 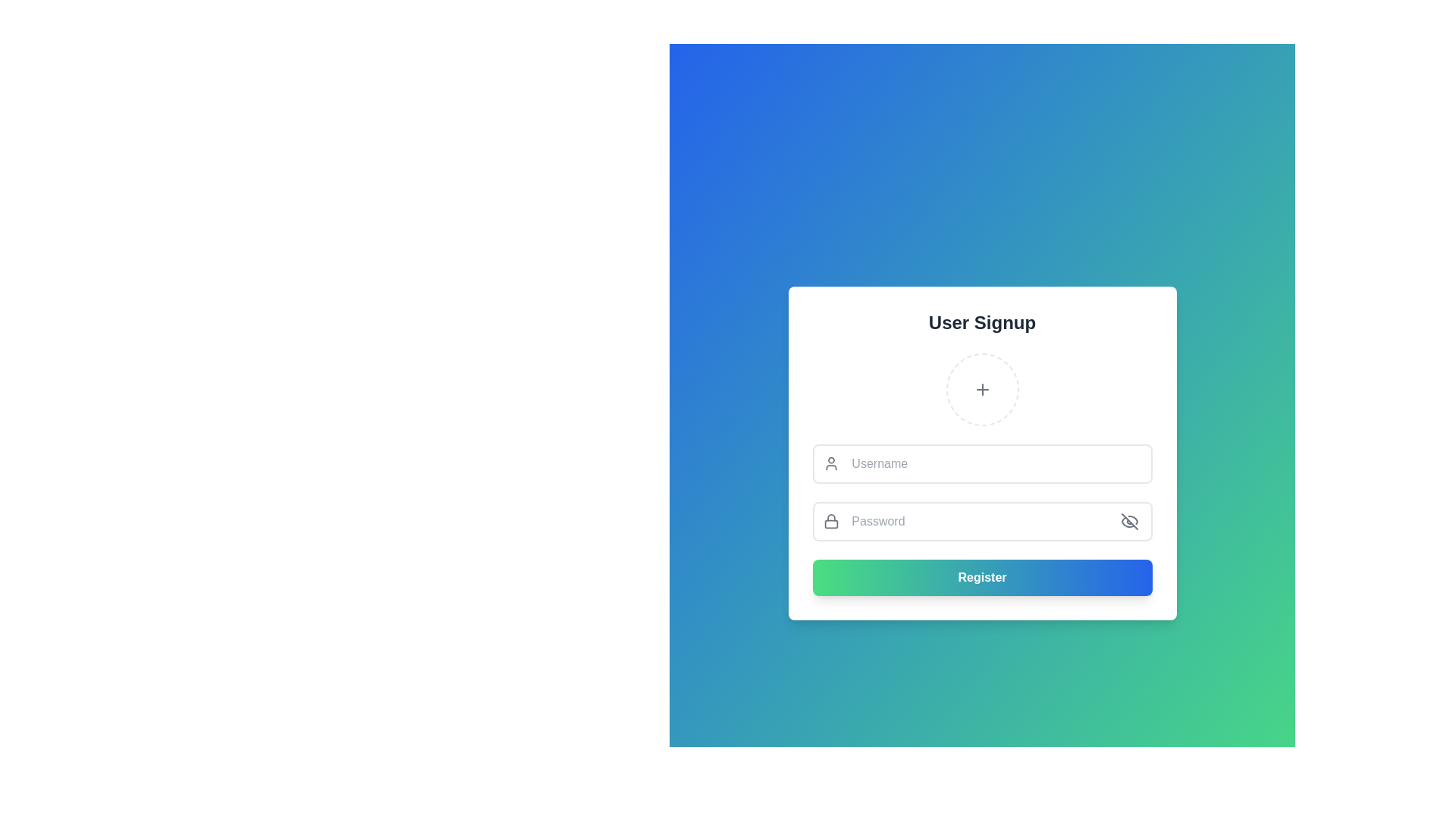 What do you see at coordinates (982, 322) in the screenshot?
I see `the 'User Signup' text label, which is displayed in bold, large black font at the top of the signup form area` at bounding box center [982, 322].